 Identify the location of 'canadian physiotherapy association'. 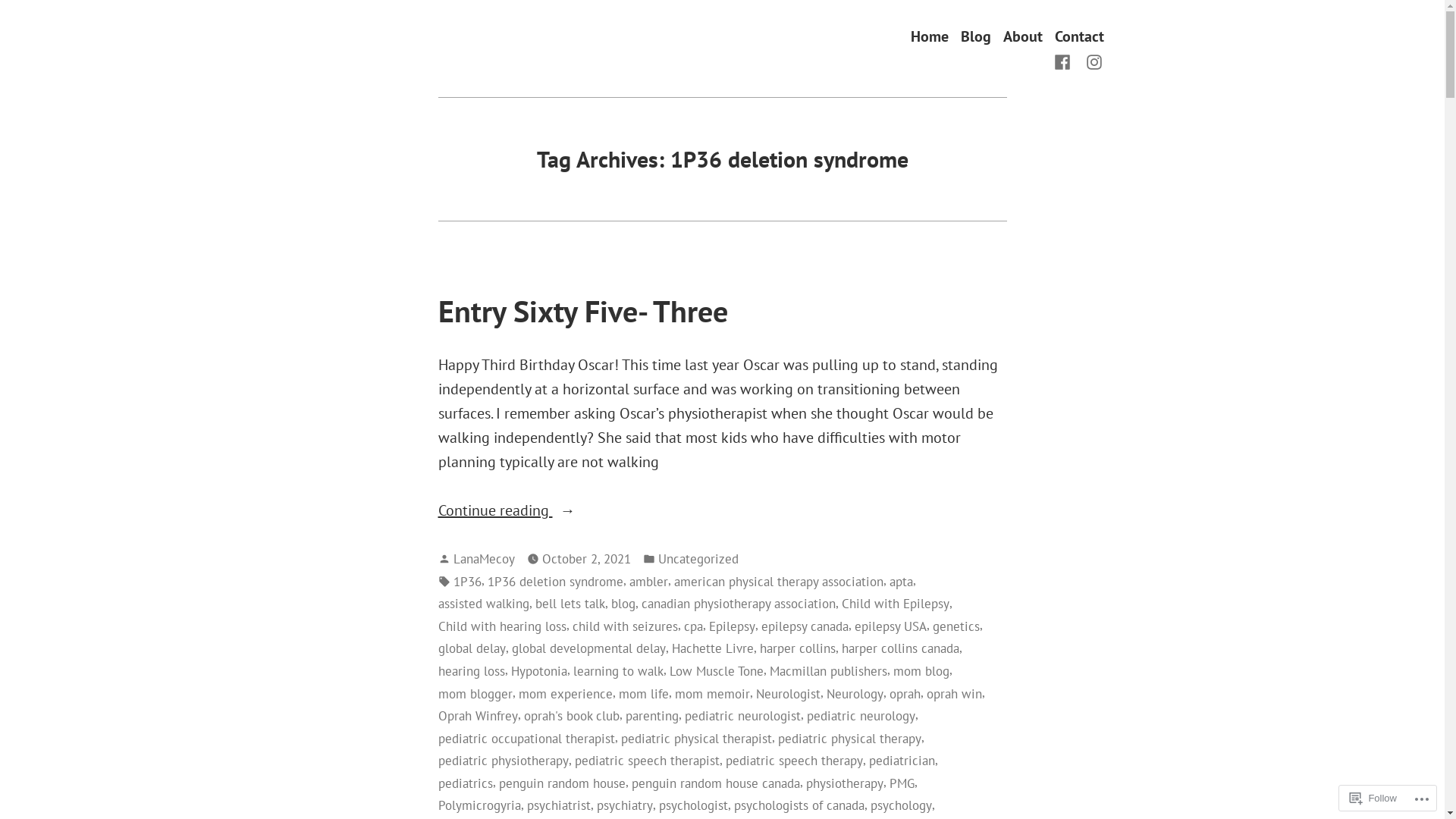
(739, 602).